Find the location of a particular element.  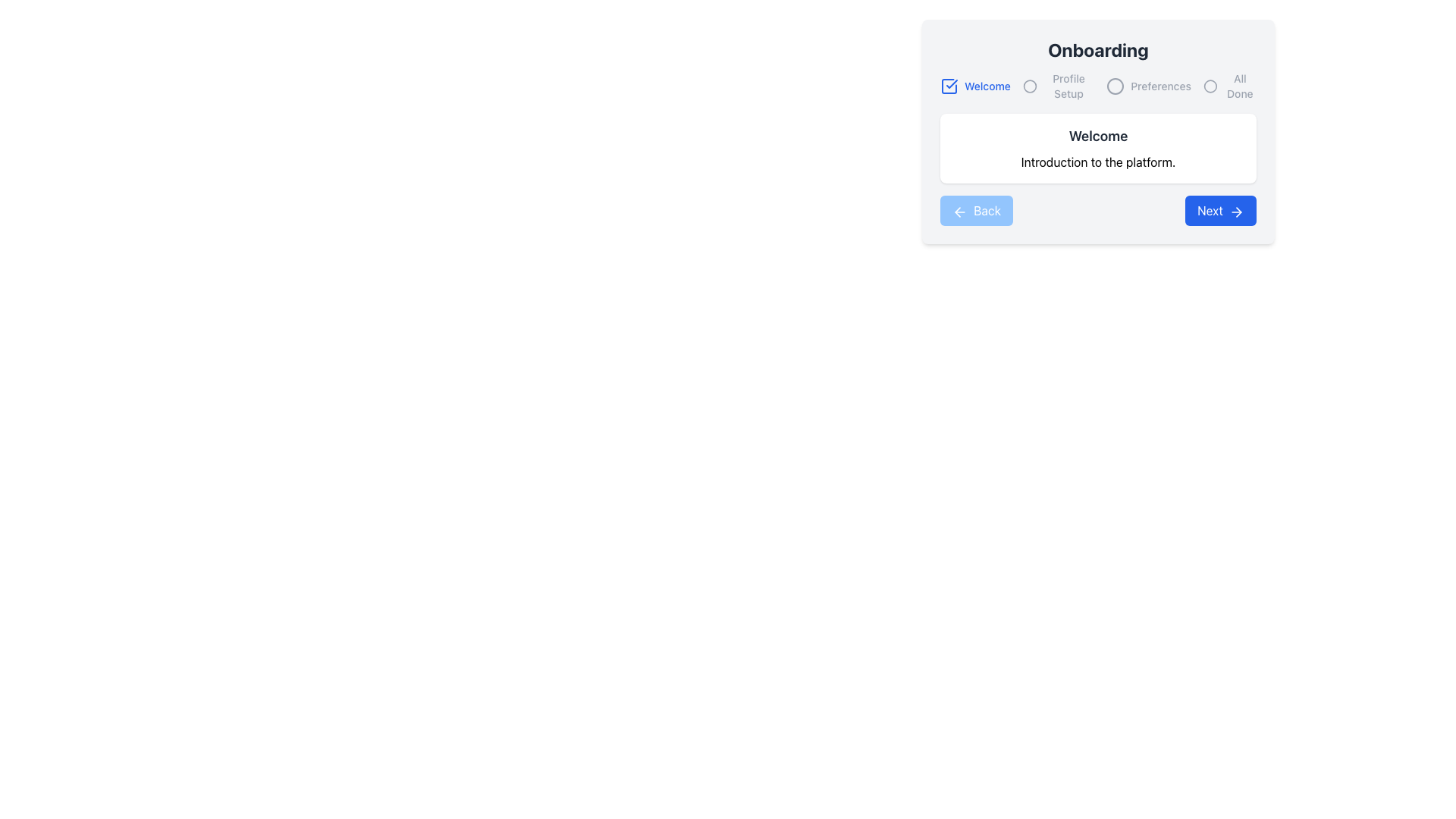

the 'Back' button icon, which serves as a visual indicator for navigating to the previous step, located at the bottom-left of the onboarding card layout is located at coordinates (957, 212).